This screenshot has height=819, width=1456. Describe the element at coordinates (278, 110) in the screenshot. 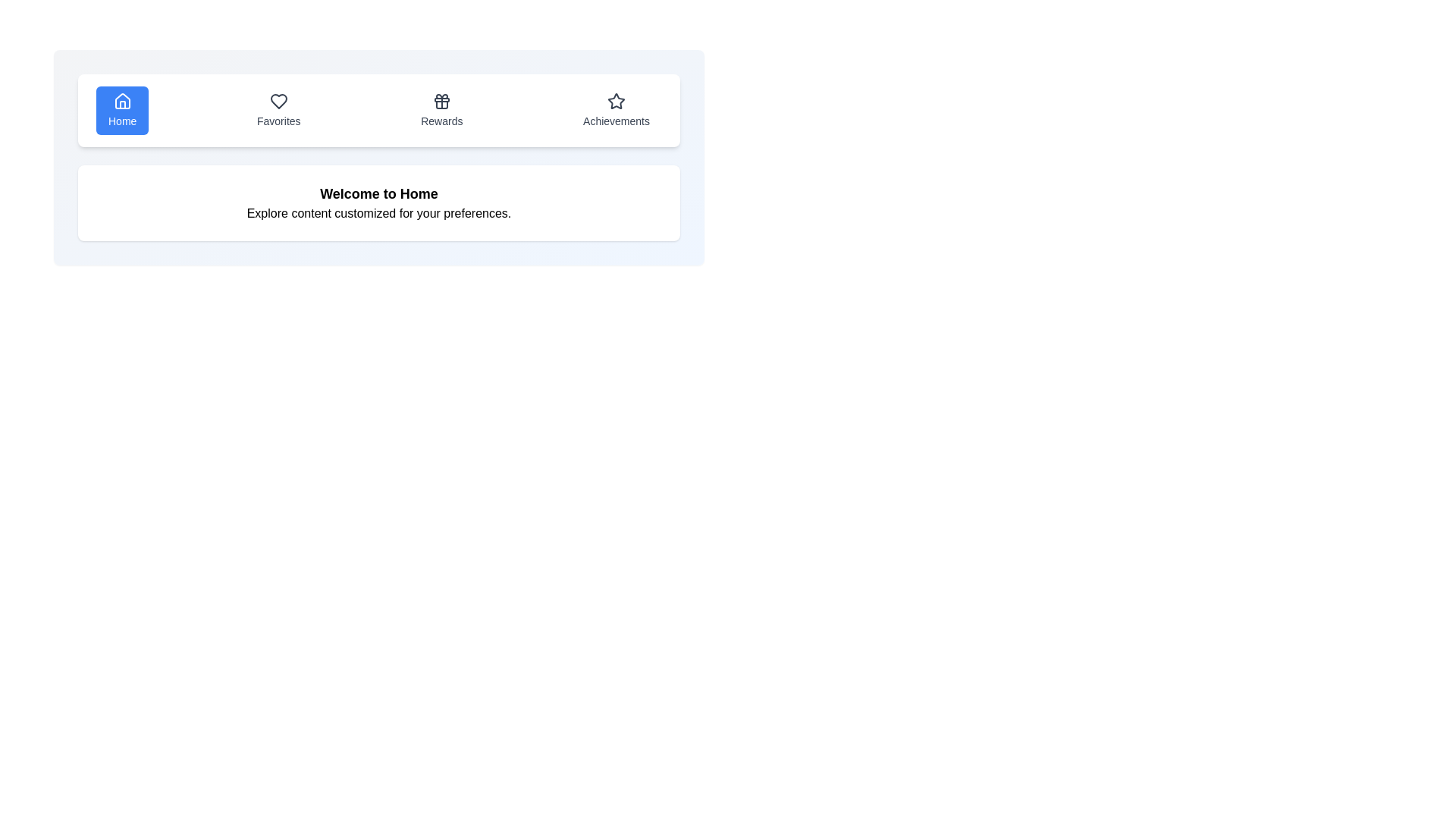

I see `the navigation button located horizontally in the center of the navigation bar, positioned after the 'Home' button and before the 'Rewards' button` at that location.